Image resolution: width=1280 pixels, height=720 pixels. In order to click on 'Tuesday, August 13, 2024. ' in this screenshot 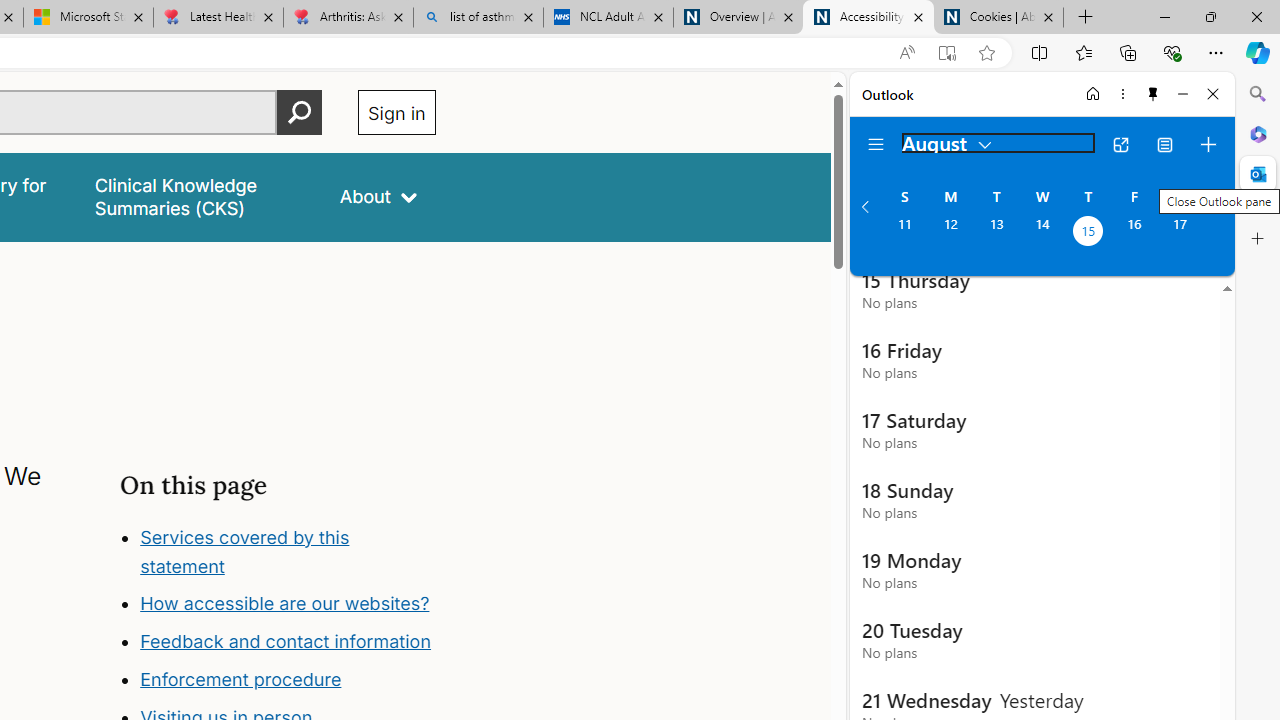, I will do `click(996, 232)`.